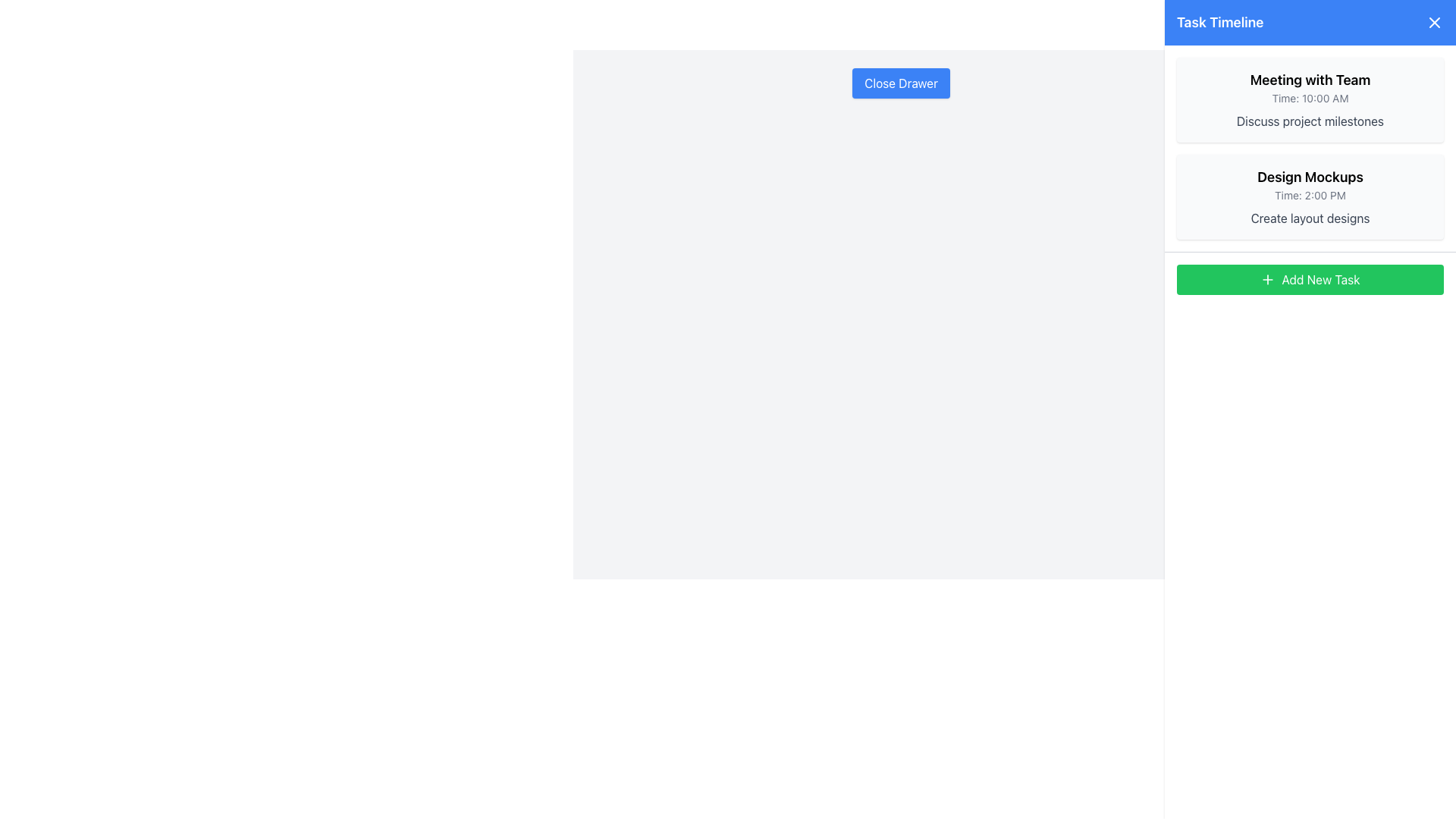 This screenshot has width=1456, height=819. Describe the element at coordinates (1433, 23) in the screenshot. I see `the minimalistic close icon (styled as a white 'X' on a blue background) located in the top-right corner of the 'Task Timeline' header bar` at that location.